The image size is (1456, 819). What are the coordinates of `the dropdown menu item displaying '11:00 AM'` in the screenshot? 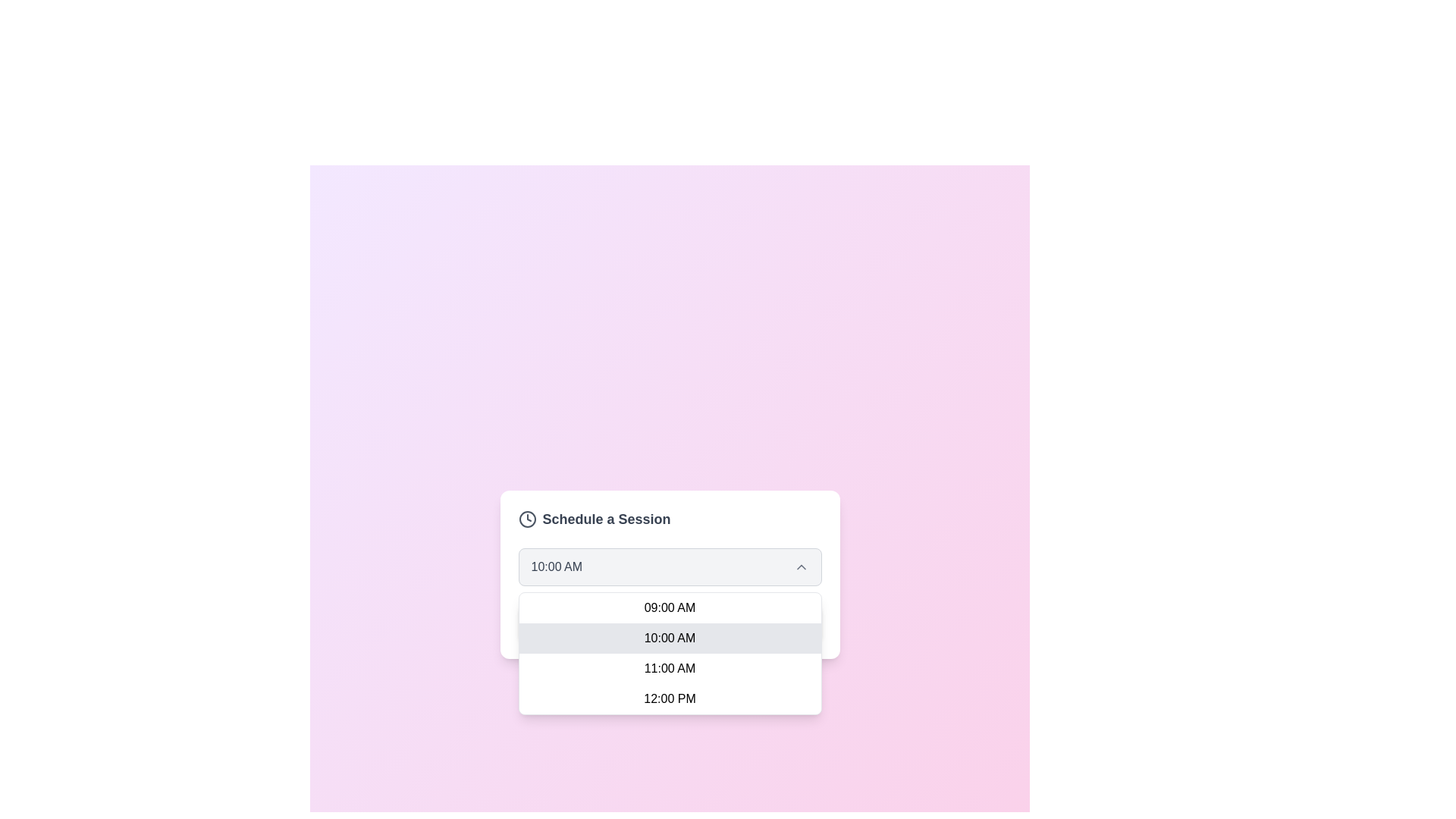 It's located at (669, 668).